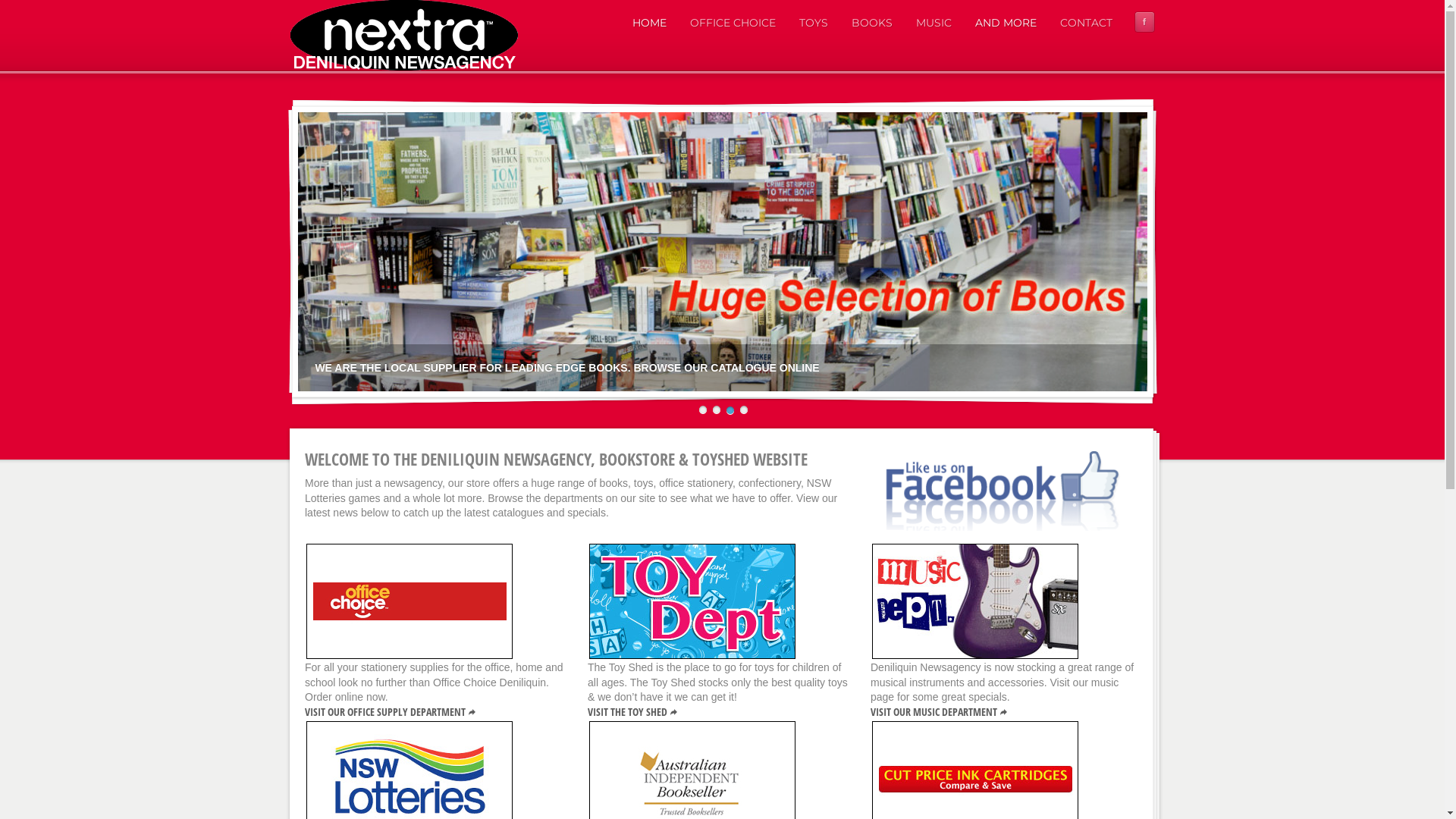  Describe the element at coordinates (932, 23) in the screenshot. I see `'MUSIC'` at that location.